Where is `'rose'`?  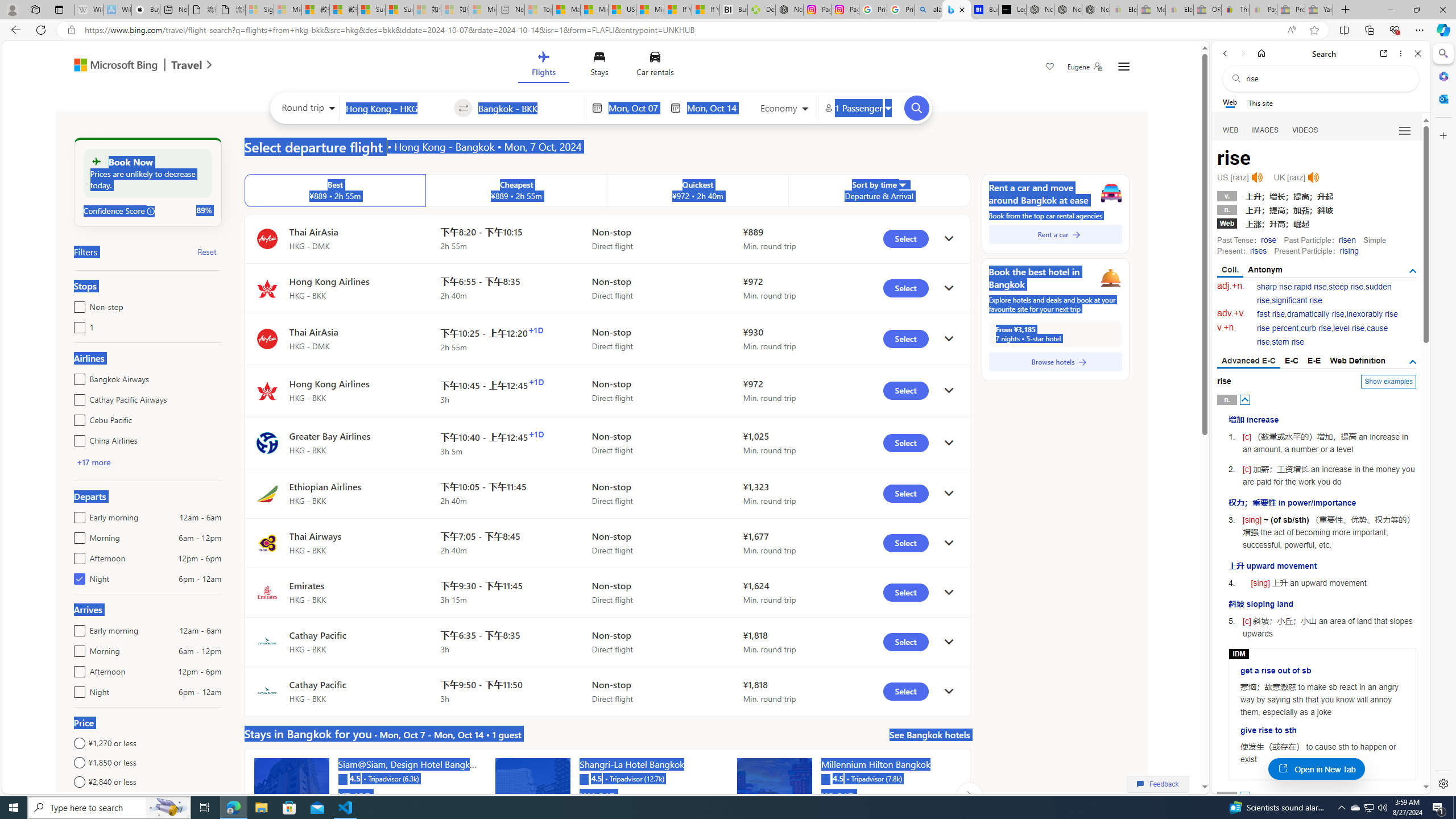 'rose' is located at coordinates (1268, 239).